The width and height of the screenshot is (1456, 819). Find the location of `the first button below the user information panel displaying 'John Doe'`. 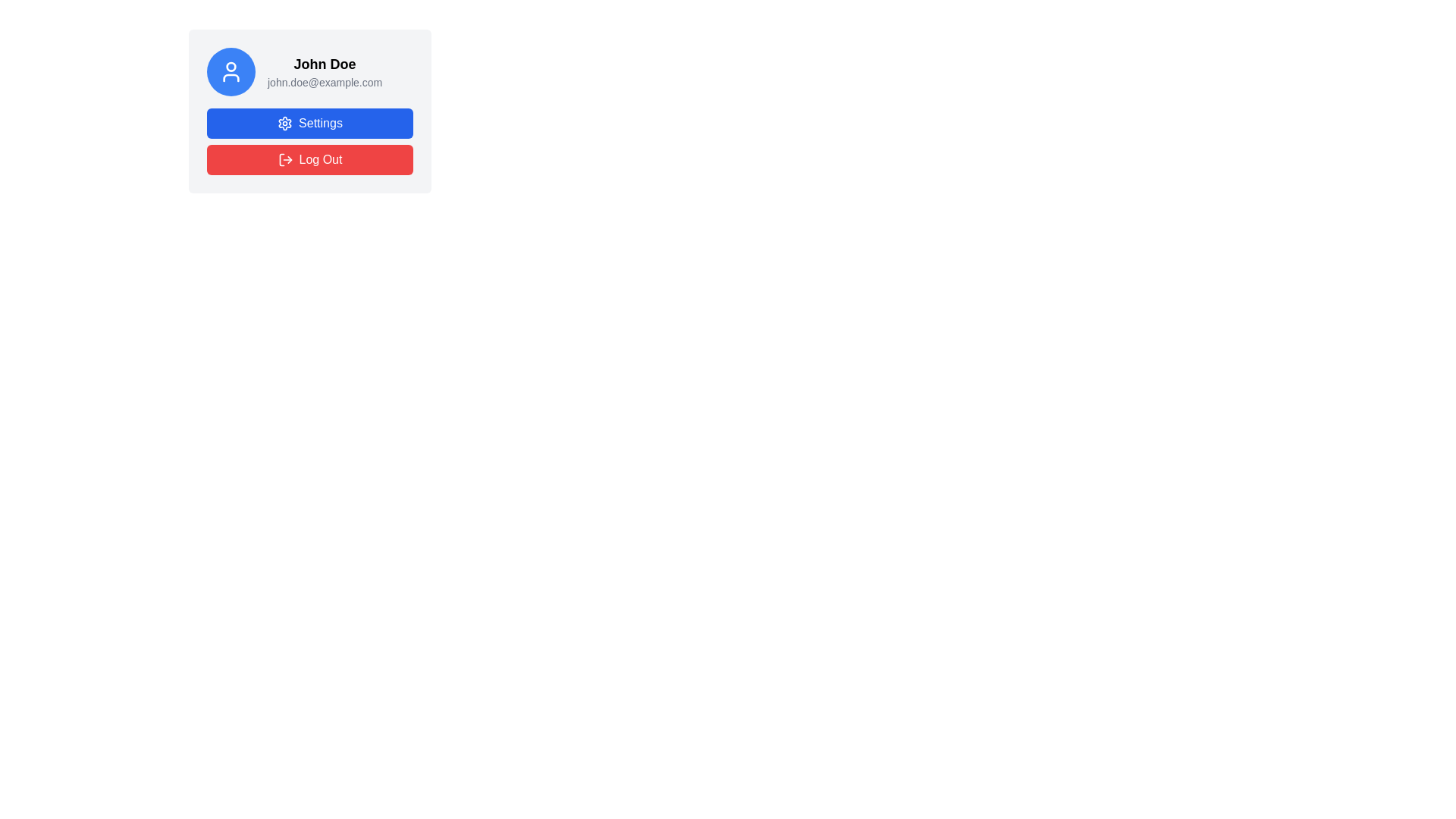

the first button below the user information panel displaying 'John Doe' is located at coordinates (309, 110).